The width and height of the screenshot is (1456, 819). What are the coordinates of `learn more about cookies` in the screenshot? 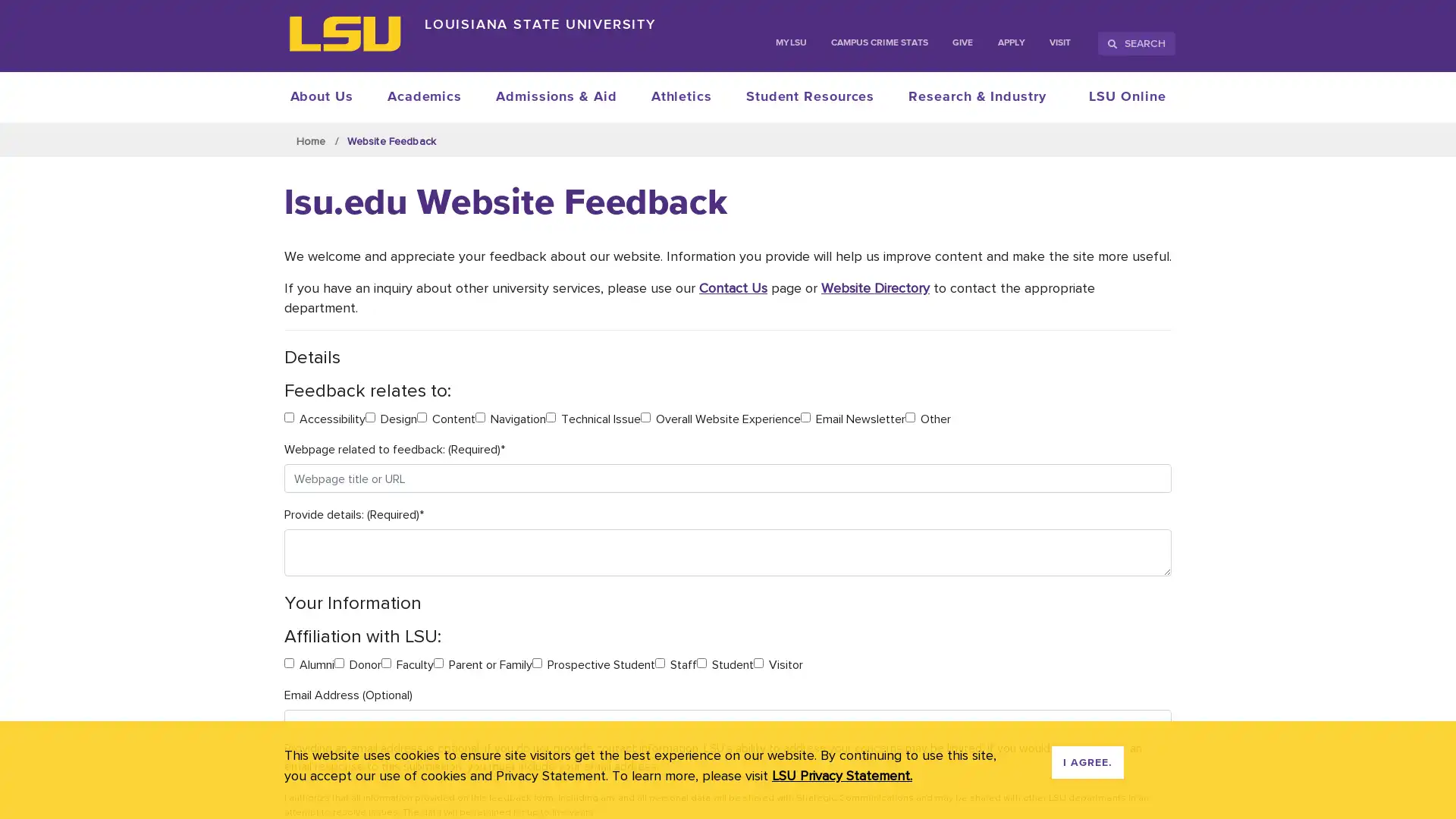 It's located at (841, 775).